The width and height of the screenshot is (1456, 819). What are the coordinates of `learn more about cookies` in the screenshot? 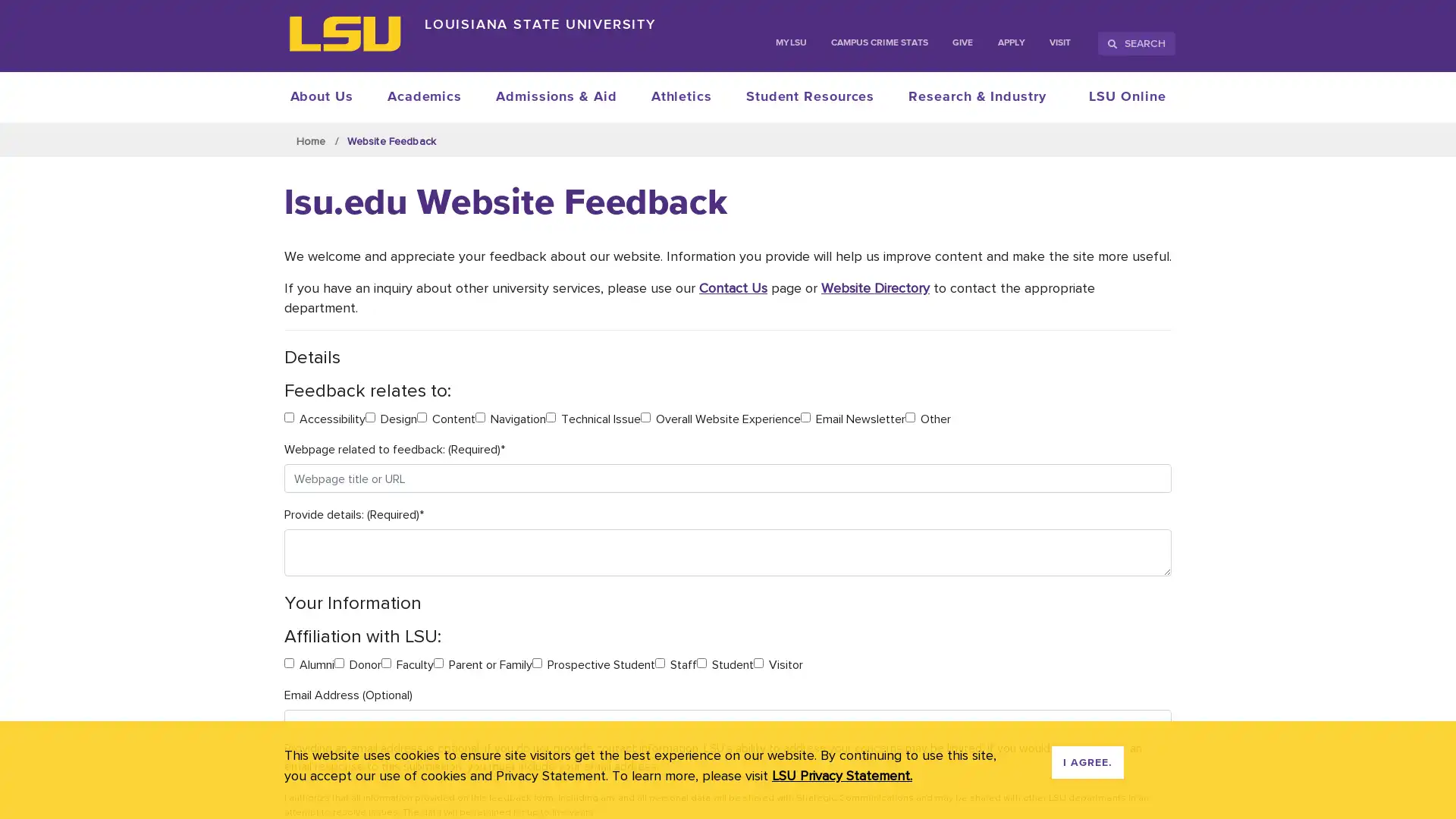 It's located at (841, 775).